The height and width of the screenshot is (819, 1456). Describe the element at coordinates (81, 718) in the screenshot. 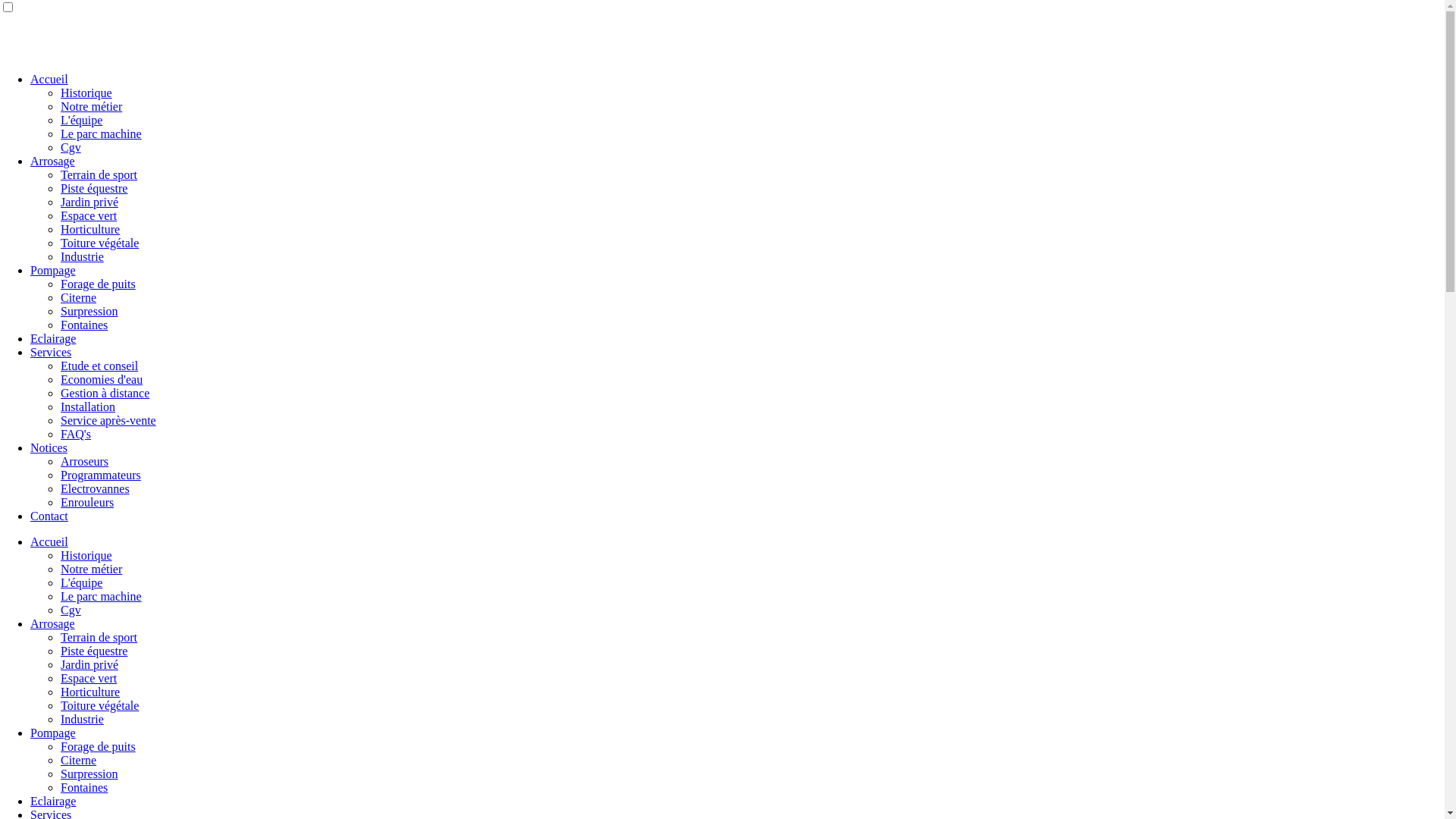

I see `'Industrie'` at that location.